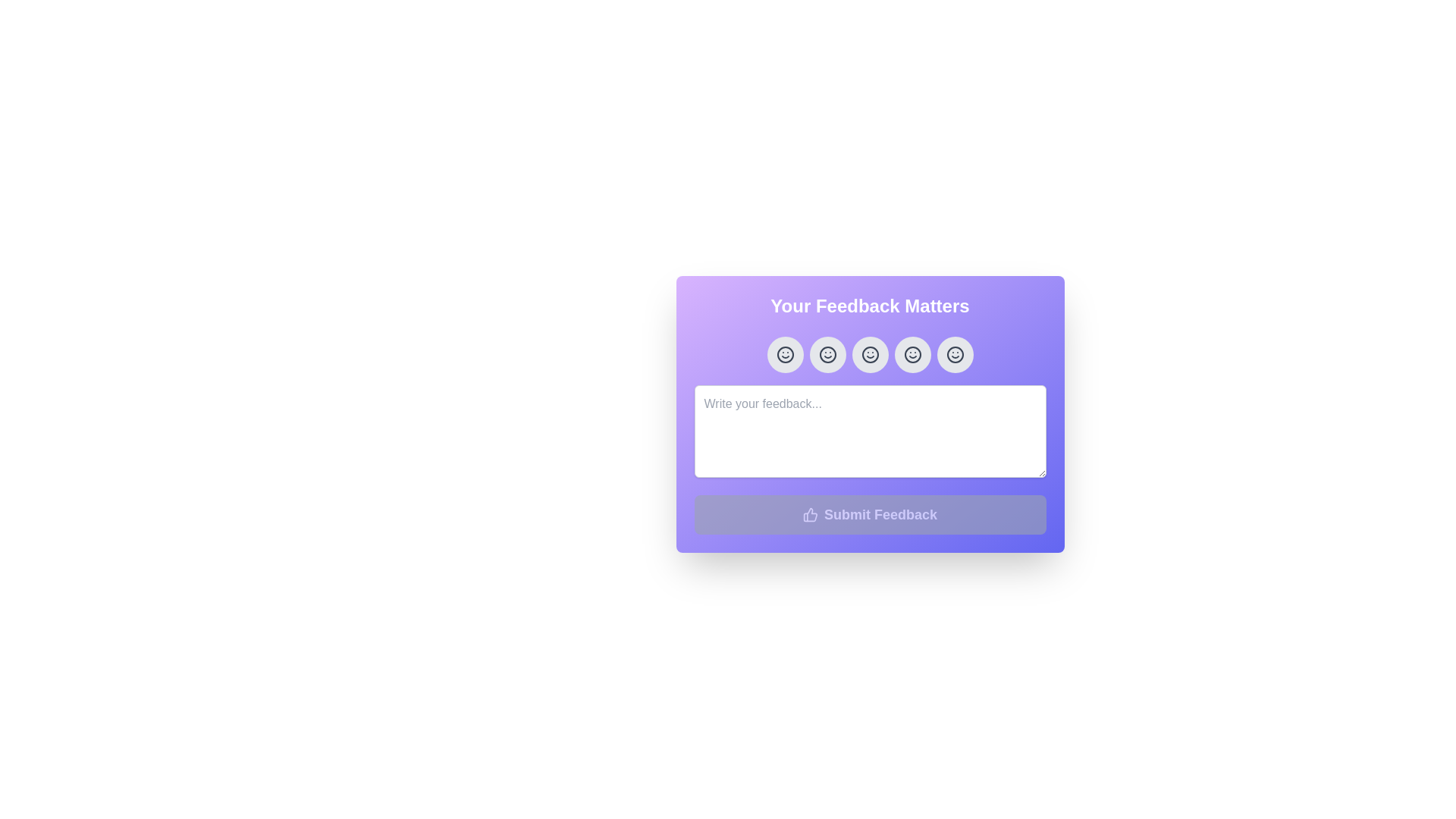 Image resolution: width=1456 pixels, height=819 pixels. I want to click on the circular button with a light gray background and a black outlined smiling face icon, so click(912, 354).